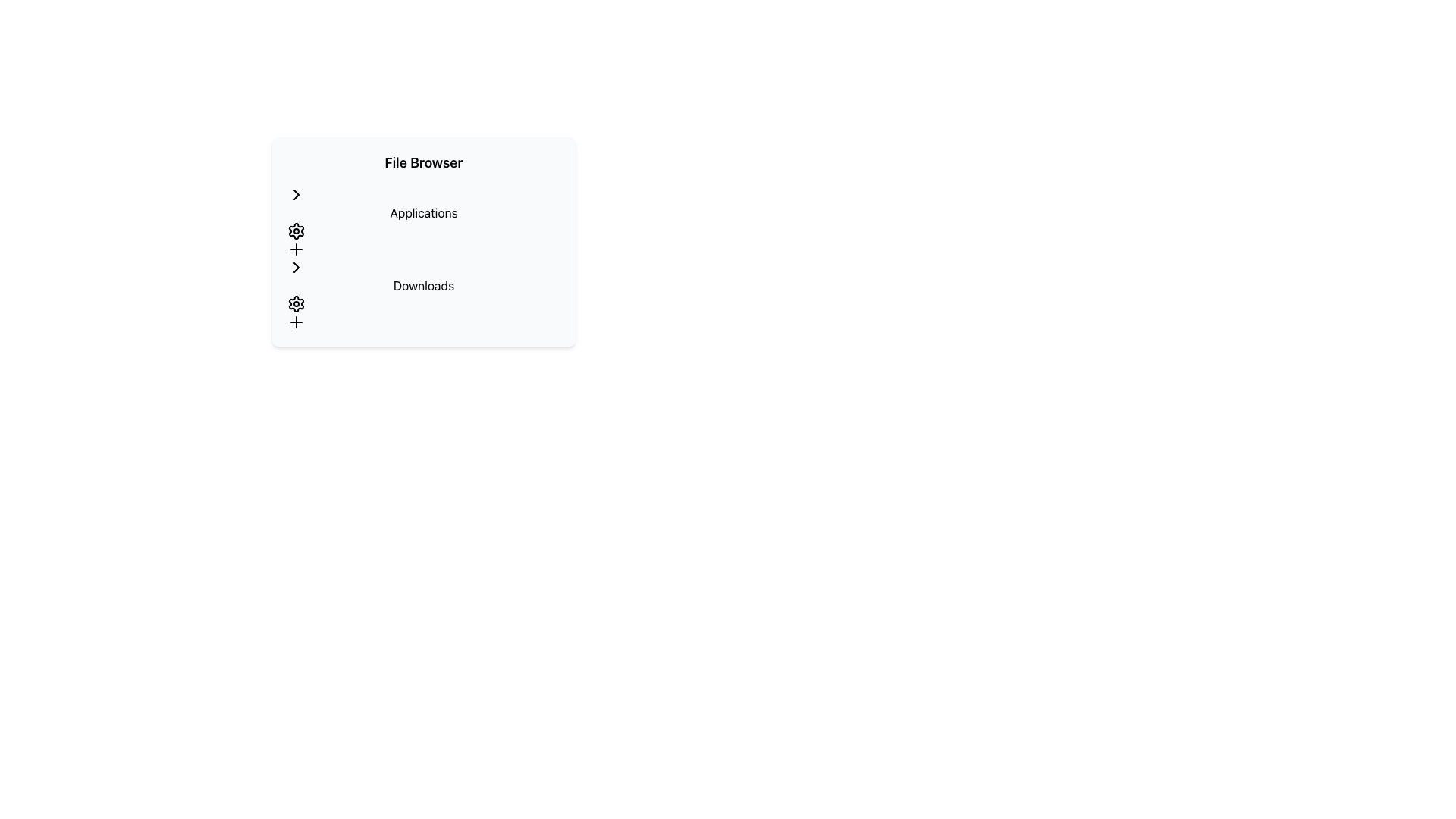 This screenshot has width=1456, height=819. Describe the element at coordinates (296, 231) in the screenshot. I see `the first gear-shaped icon with a black outline in the left vertical column of the file browser card` at that location.